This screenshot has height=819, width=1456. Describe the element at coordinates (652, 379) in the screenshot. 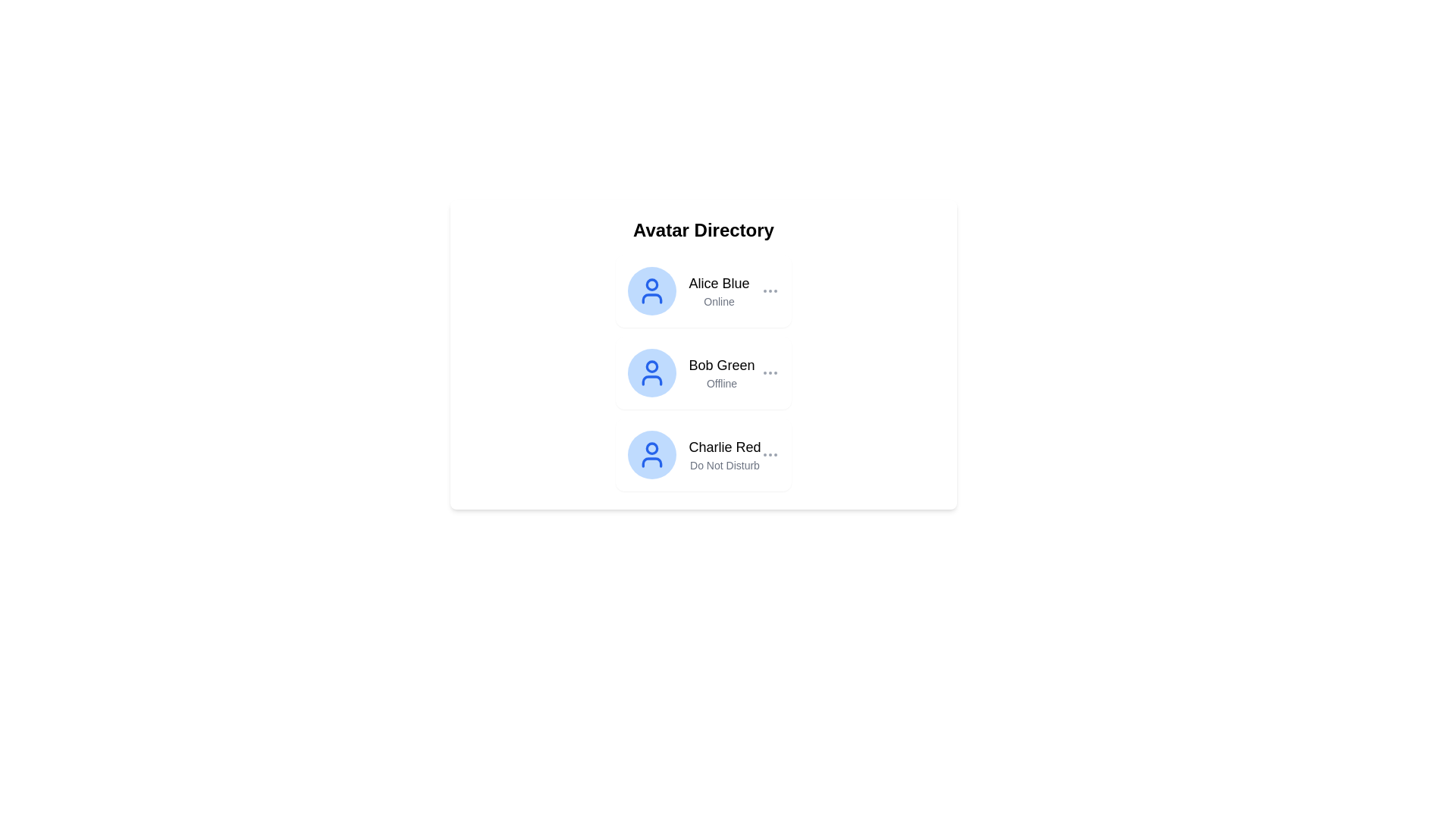

I see `the body portion of the second avatar icon in the Avatar Directory, which visually represents user identification` at that location.